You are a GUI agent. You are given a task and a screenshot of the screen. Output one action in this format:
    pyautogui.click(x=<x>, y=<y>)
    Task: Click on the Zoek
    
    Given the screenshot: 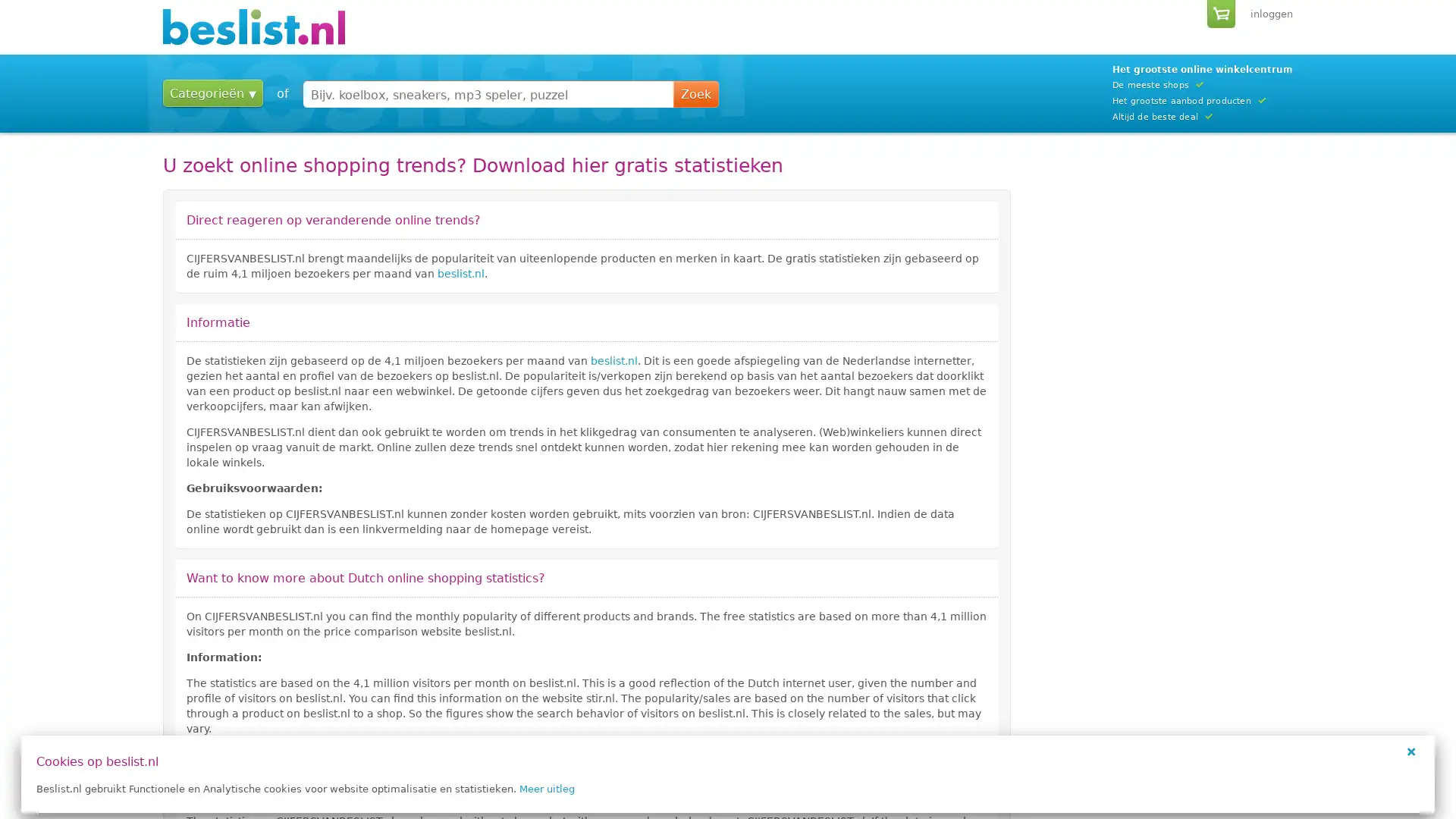 What is the action you would take?
    pyautogui.click(x=695, y=93)
    